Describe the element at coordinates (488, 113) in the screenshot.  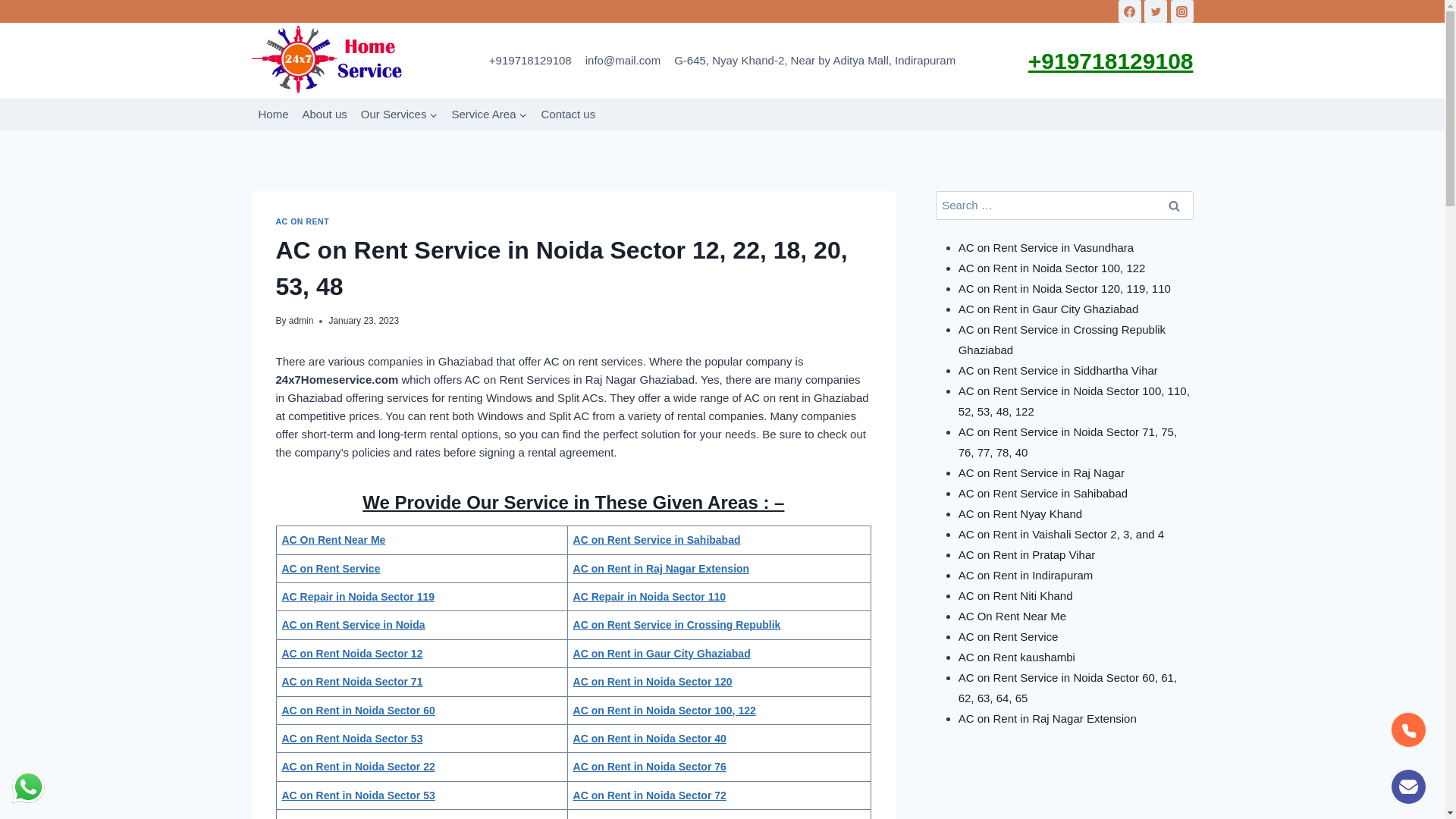
I see `'Service Area'` at that location.